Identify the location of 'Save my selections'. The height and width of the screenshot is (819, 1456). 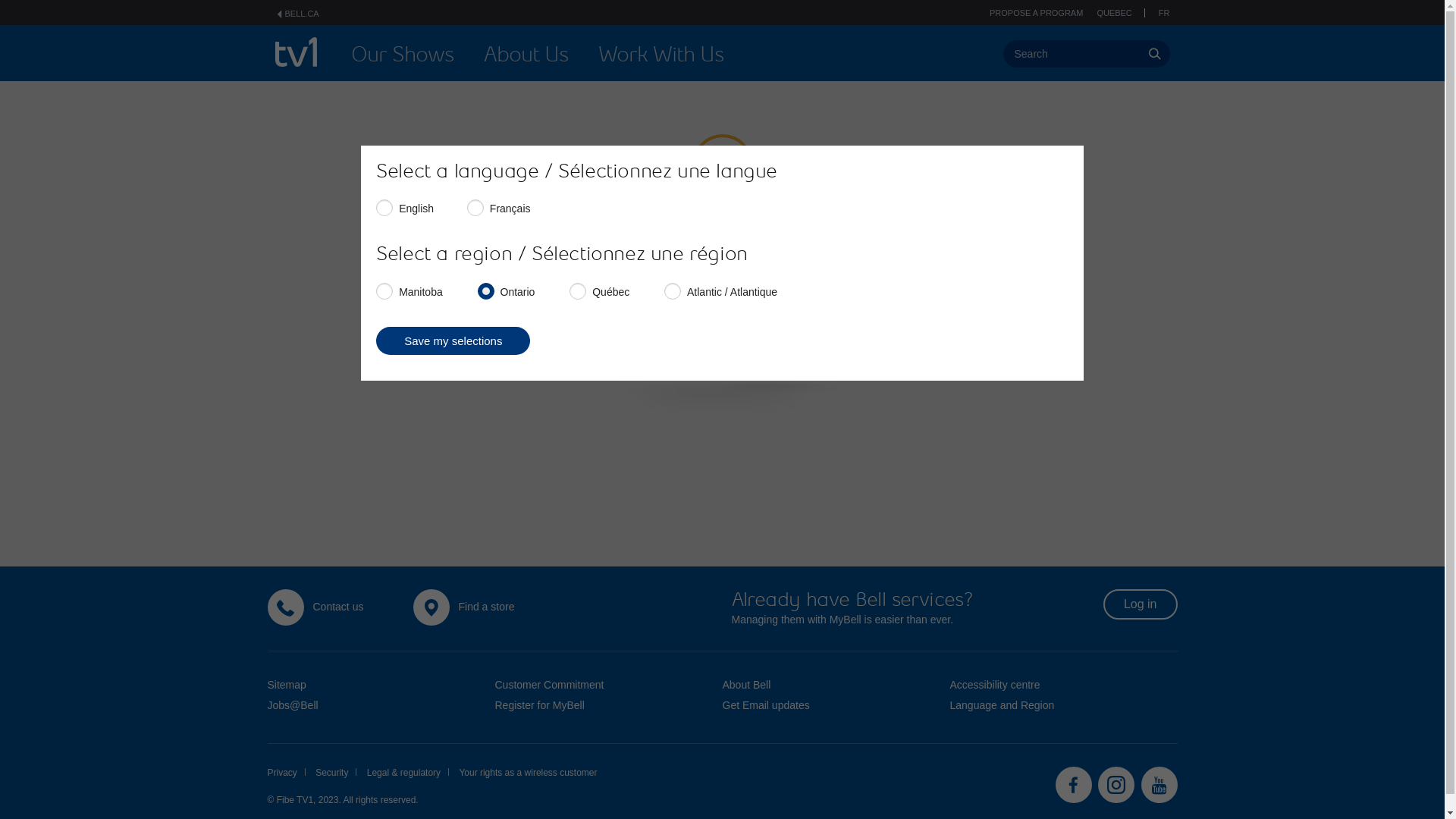
(375, 340).